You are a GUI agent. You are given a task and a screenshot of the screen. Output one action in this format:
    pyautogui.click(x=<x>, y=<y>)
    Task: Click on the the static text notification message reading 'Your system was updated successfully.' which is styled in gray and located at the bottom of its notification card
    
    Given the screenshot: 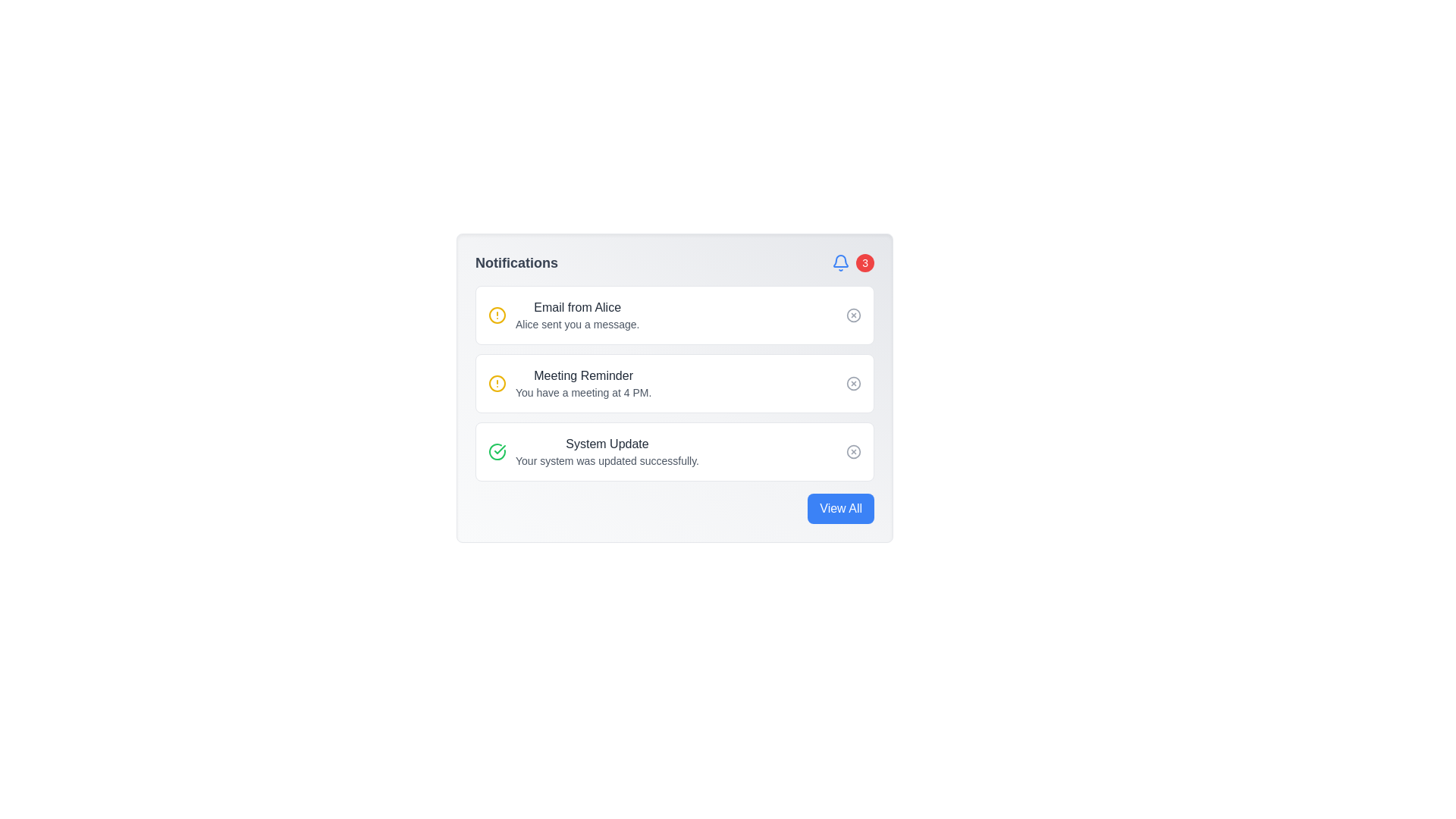 What is the action you would take?
    pyautogui.click(x=607, y=460)
    